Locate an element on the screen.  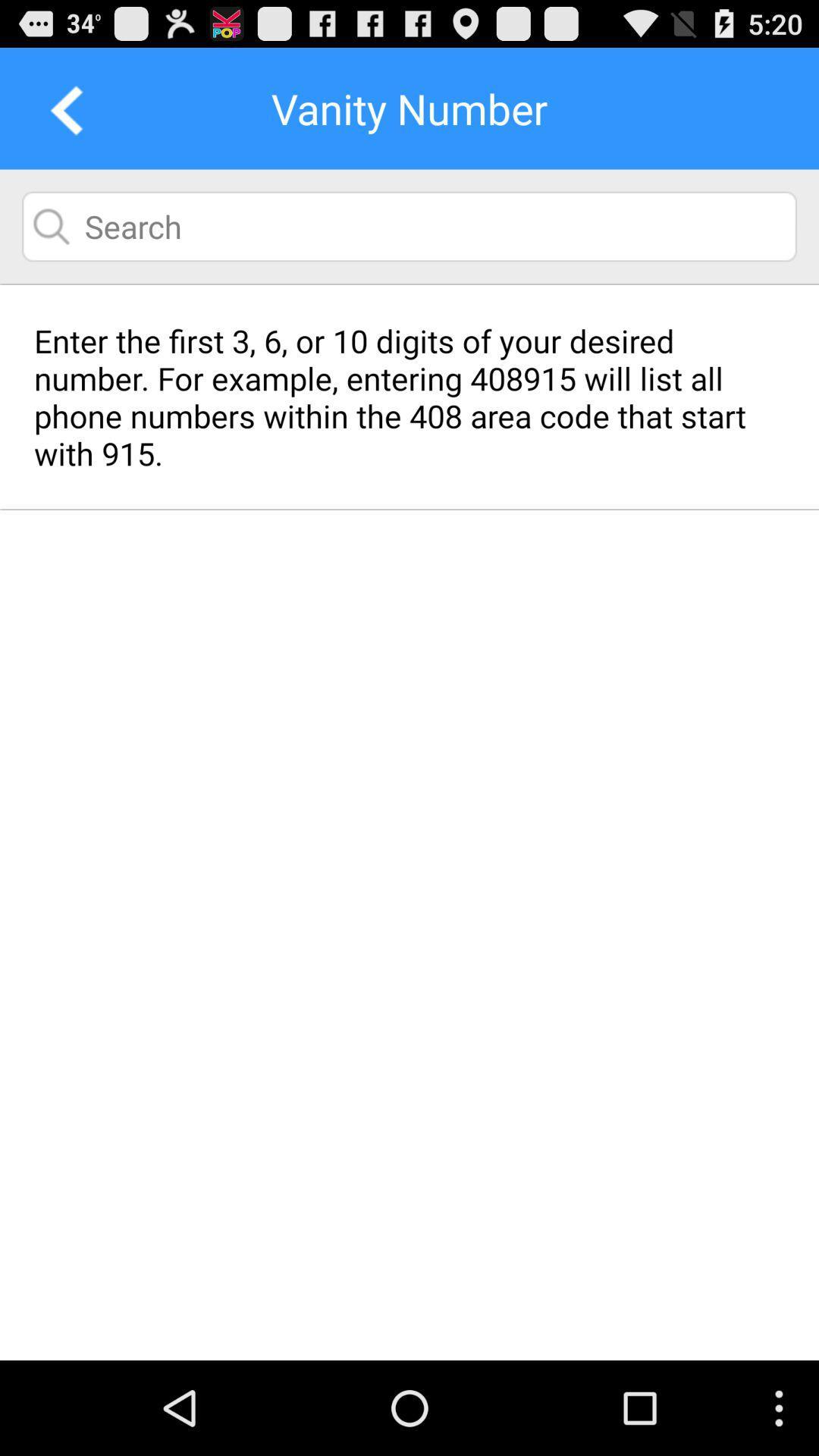
the arrow_backward icon is located at coordinates (61, 115).